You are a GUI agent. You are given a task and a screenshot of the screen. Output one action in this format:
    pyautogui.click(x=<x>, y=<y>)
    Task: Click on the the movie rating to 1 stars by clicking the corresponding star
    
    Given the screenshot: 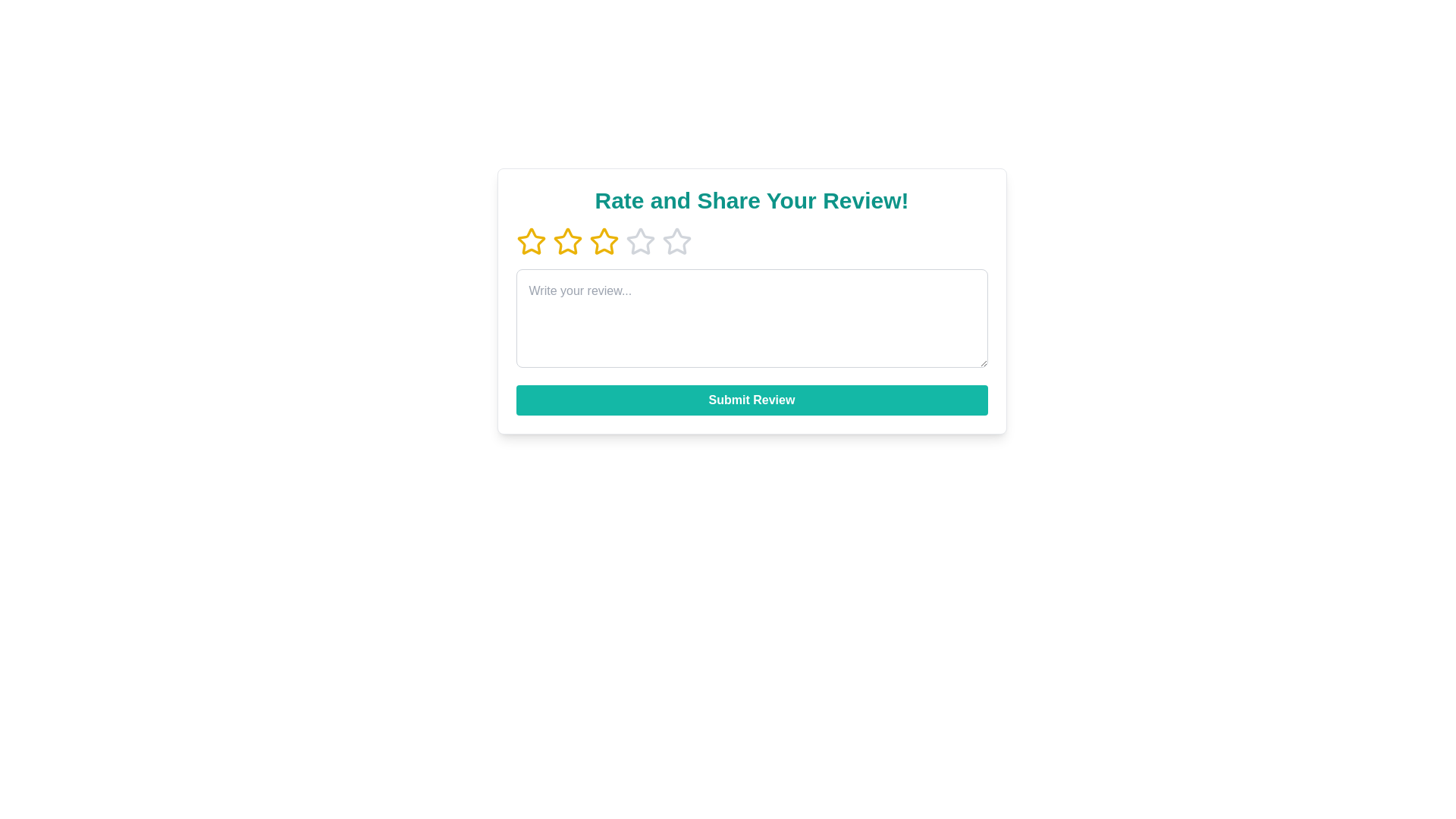 What is the action you would take?
    pyautogui.click(x=531, y=241)
    